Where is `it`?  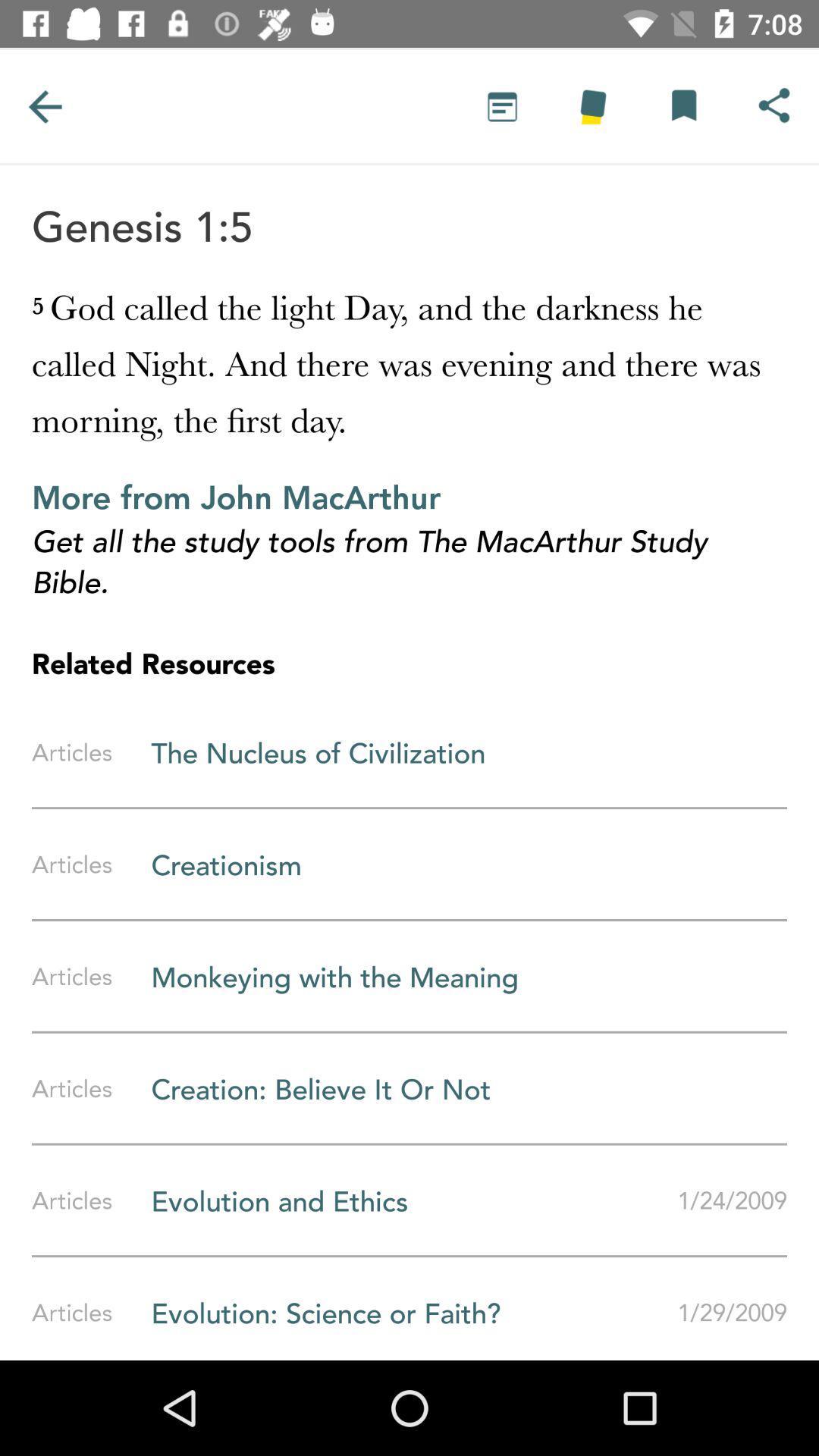
it is located at coordinates (683, 105).